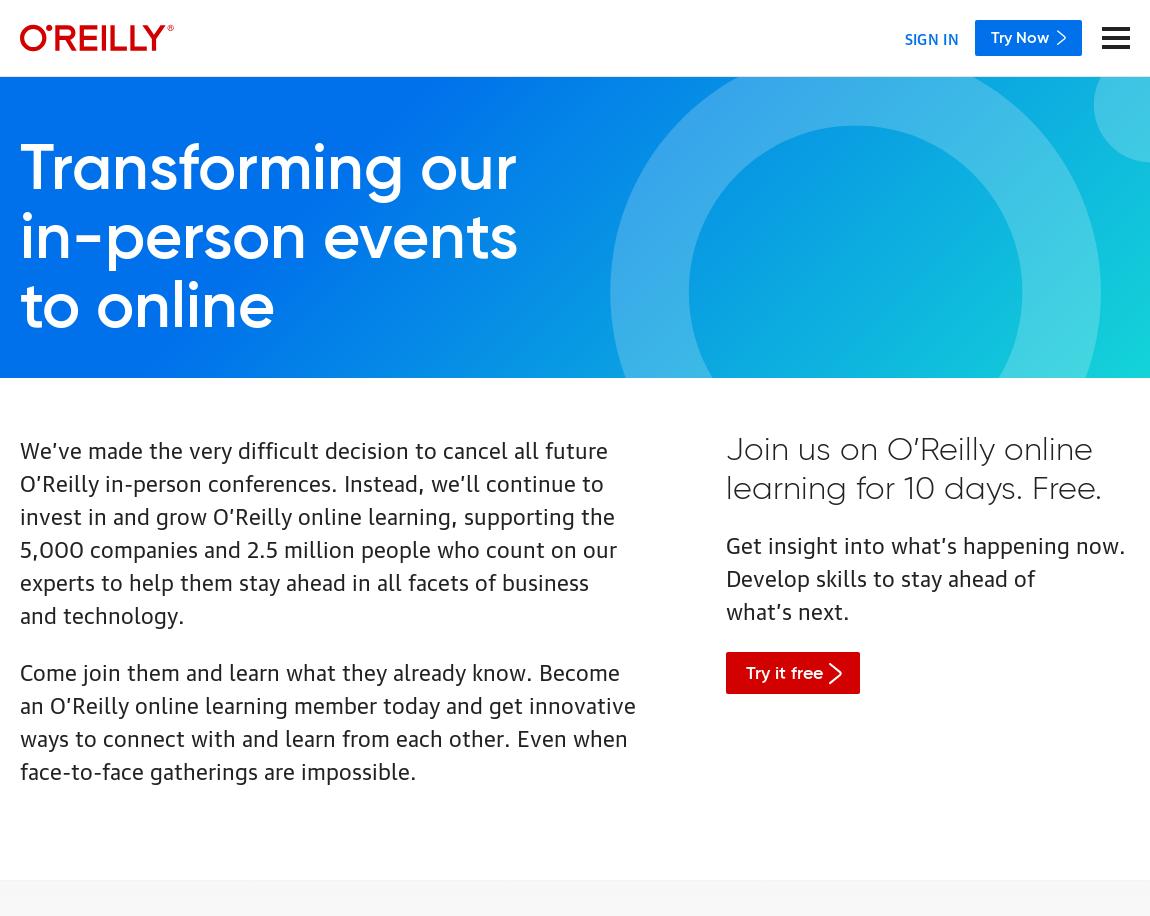 Image resolution: width=1150 pixels, height=916 pixels. I want to click on 'in-person', so click(162, 239).